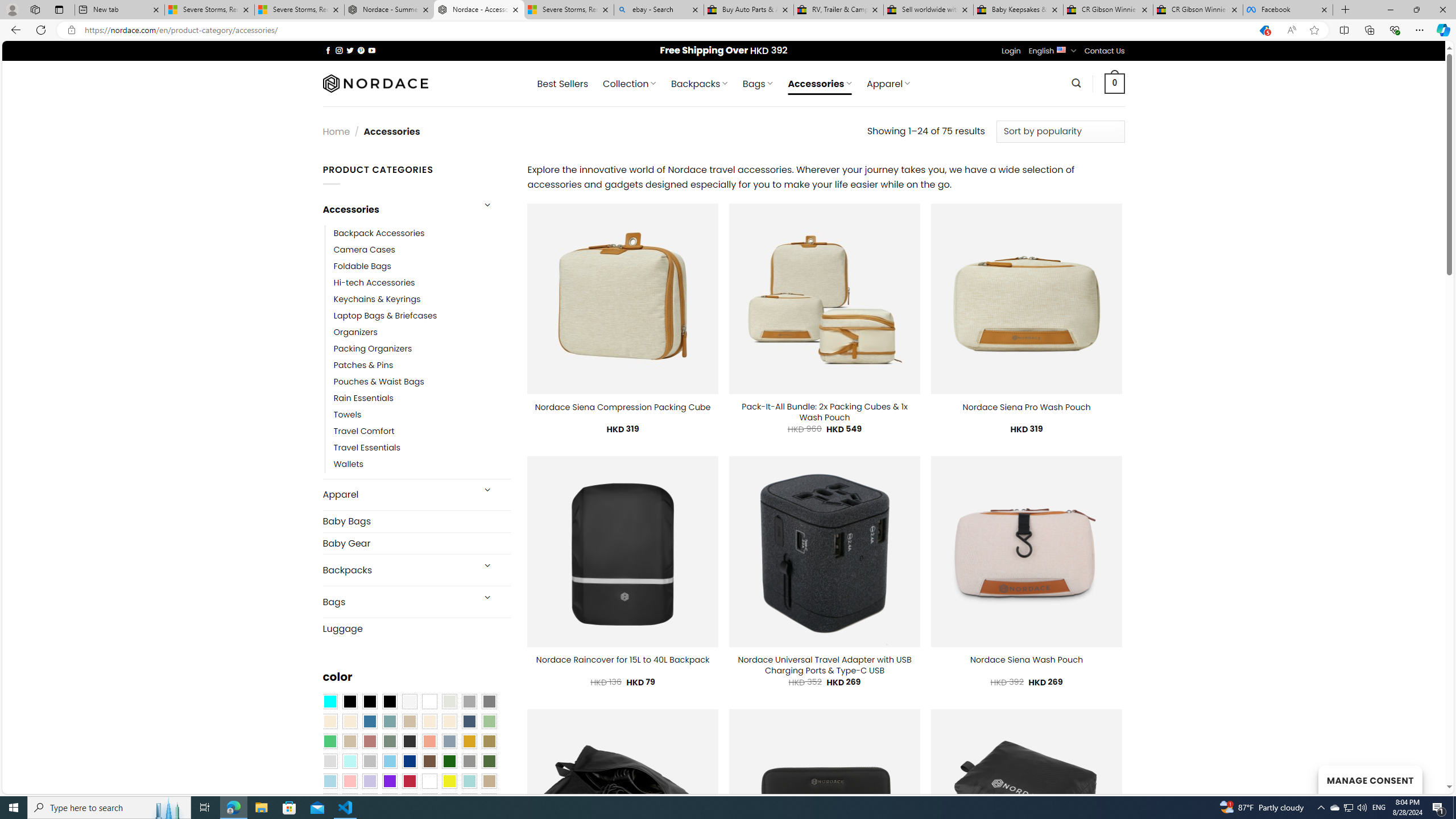 This screenshot has width=1456, height=819. Describe the element at coordinates (429, 701) in the screenshot. I see `'Clear'` at that location.